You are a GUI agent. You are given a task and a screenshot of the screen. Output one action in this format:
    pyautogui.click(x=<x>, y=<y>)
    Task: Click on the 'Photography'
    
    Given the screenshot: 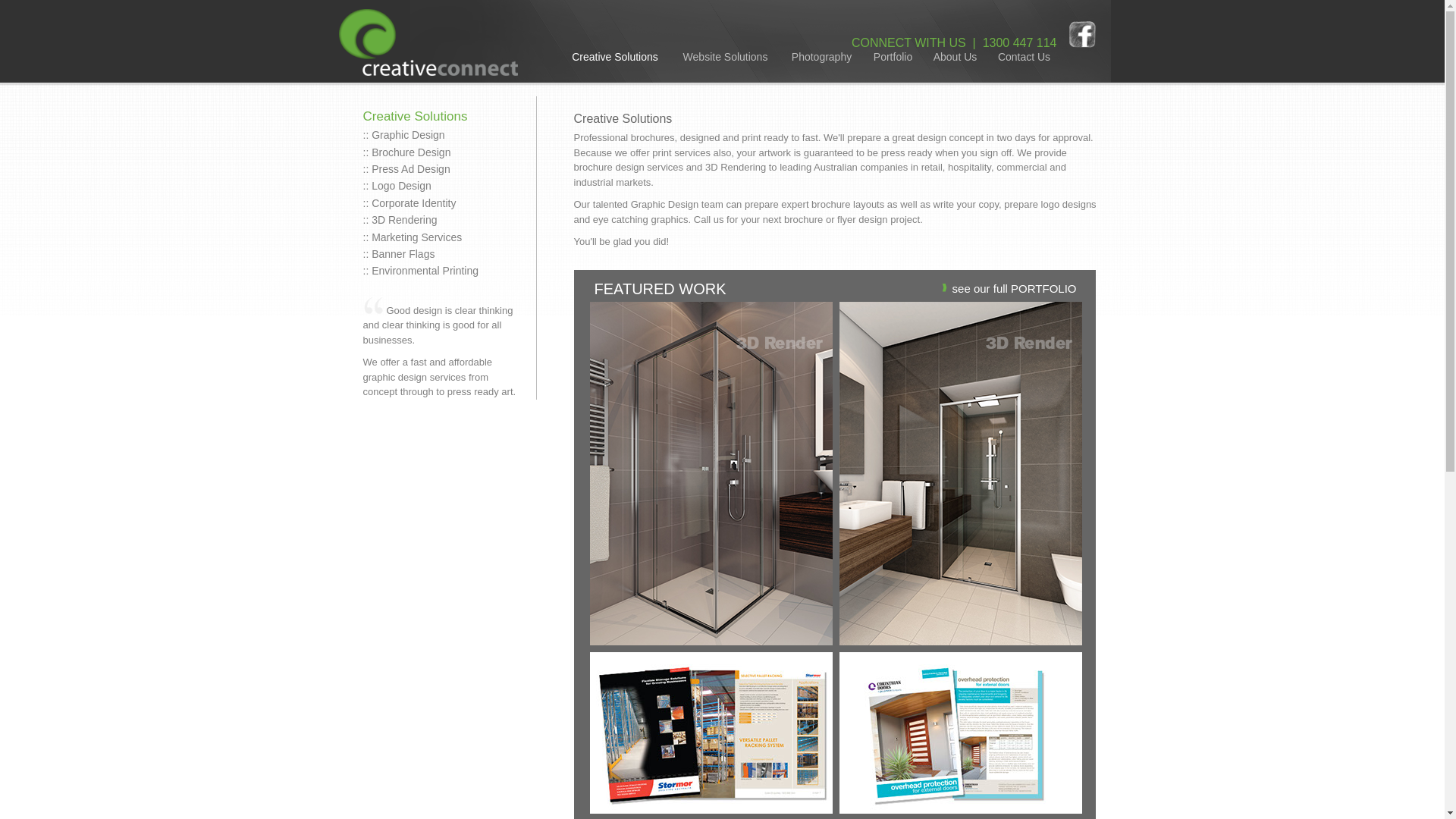 What is the action you would take?
    pyautogui.click(x=821, y=57)
    